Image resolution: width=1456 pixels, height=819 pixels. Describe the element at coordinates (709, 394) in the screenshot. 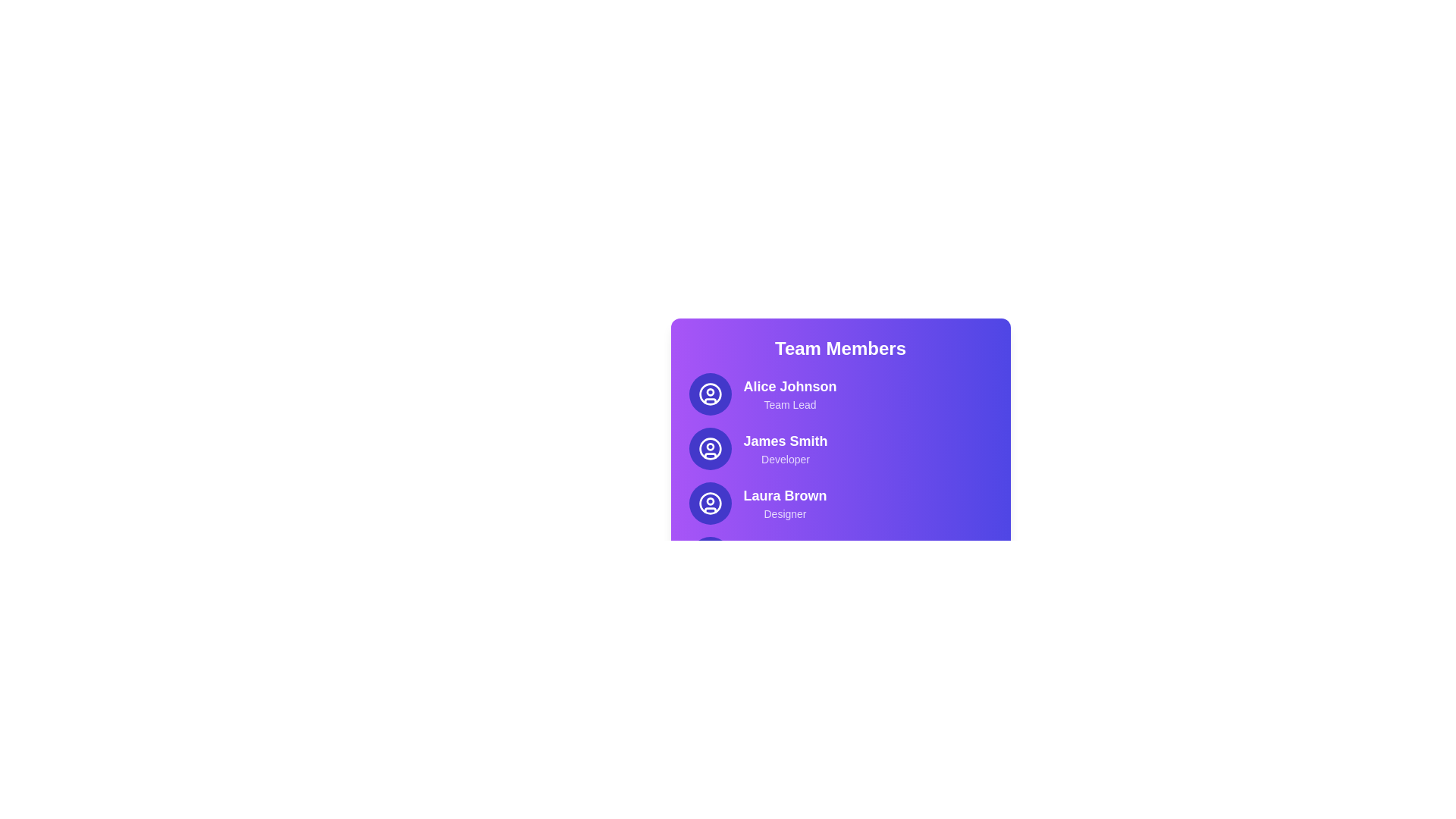

I see `the decorative avatar placeholder icon representing the user named 'Alice Johnson', located to the left of the text label in the 'Team Members' section` at that location.